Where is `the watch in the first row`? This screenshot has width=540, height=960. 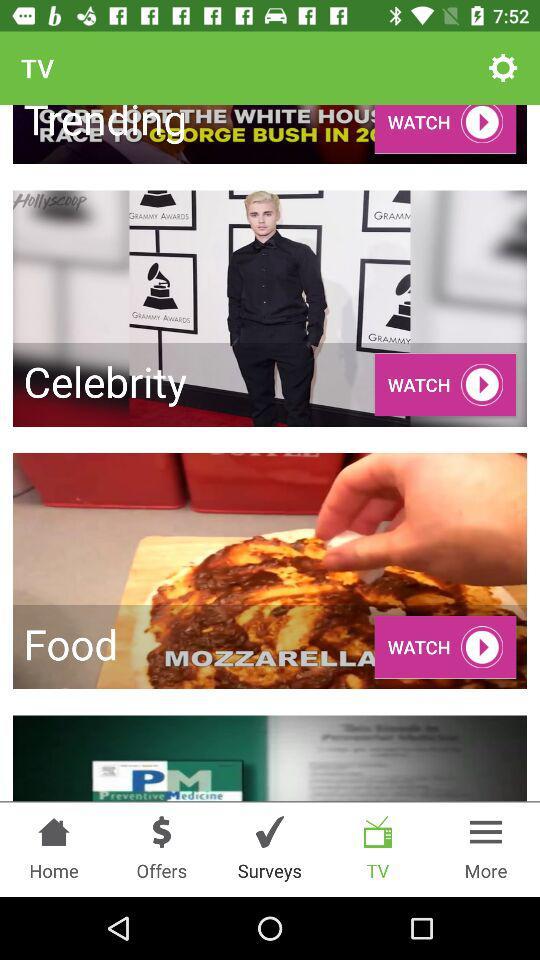
the watch in the first row is located at coordinates (445, 128).